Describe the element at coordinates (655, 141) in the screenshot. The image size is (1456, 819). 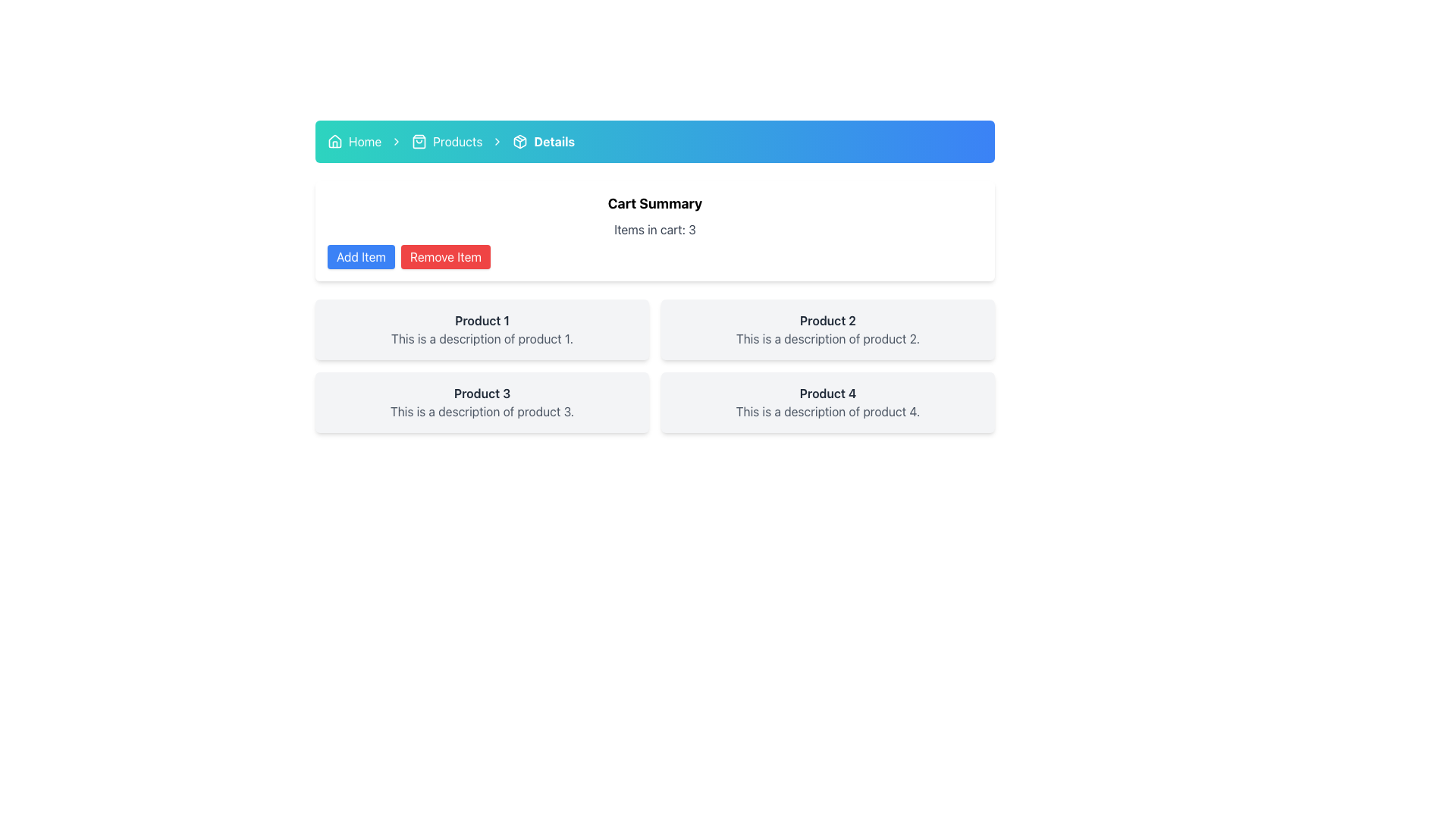
I see `the breadcrumb navigation bar with segments 'Home', 'Products', and 'Details' to trigger any hover effects` at that location.